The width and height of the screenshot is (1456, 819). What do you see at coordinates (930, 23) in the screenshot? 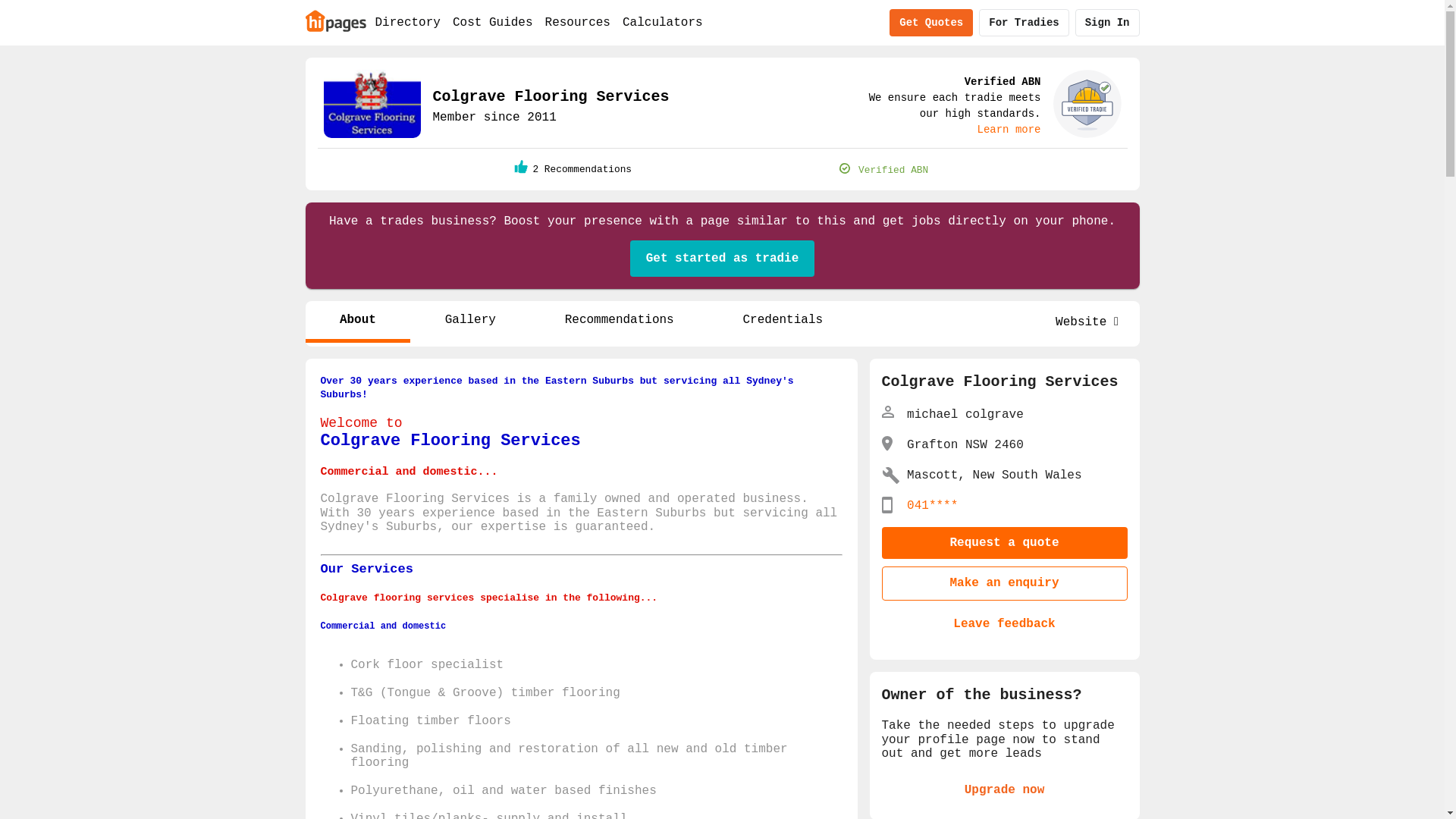
I see `'Get Quotes'` at bounding box center [930, 23].